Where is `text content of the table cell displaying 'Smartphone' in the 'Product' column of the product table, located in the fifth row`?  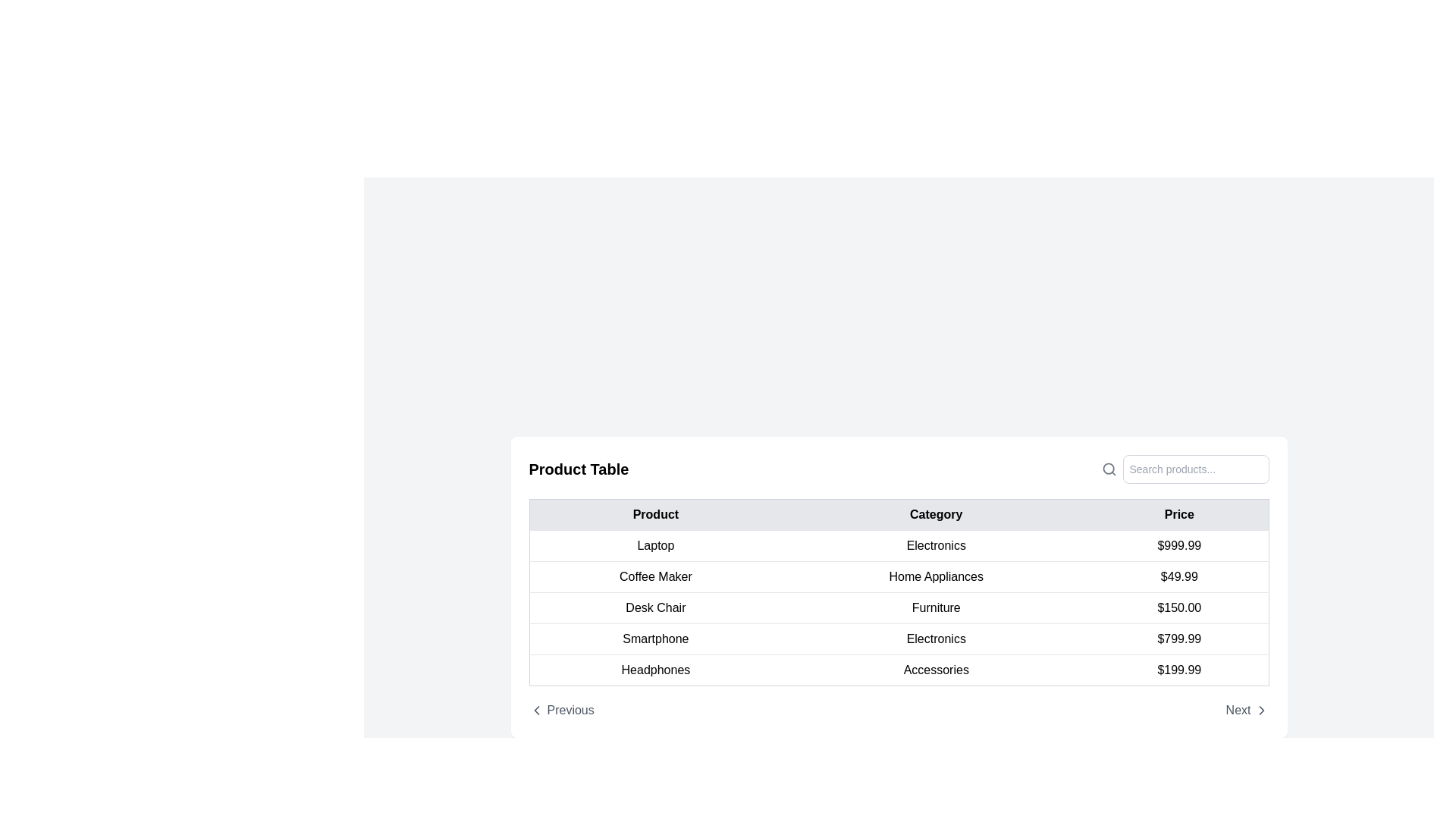 text content of the table cell displaying 'Smartphone' in the 'Product' column of the product table, located in the fifth row is located at coordinates (655, 639).